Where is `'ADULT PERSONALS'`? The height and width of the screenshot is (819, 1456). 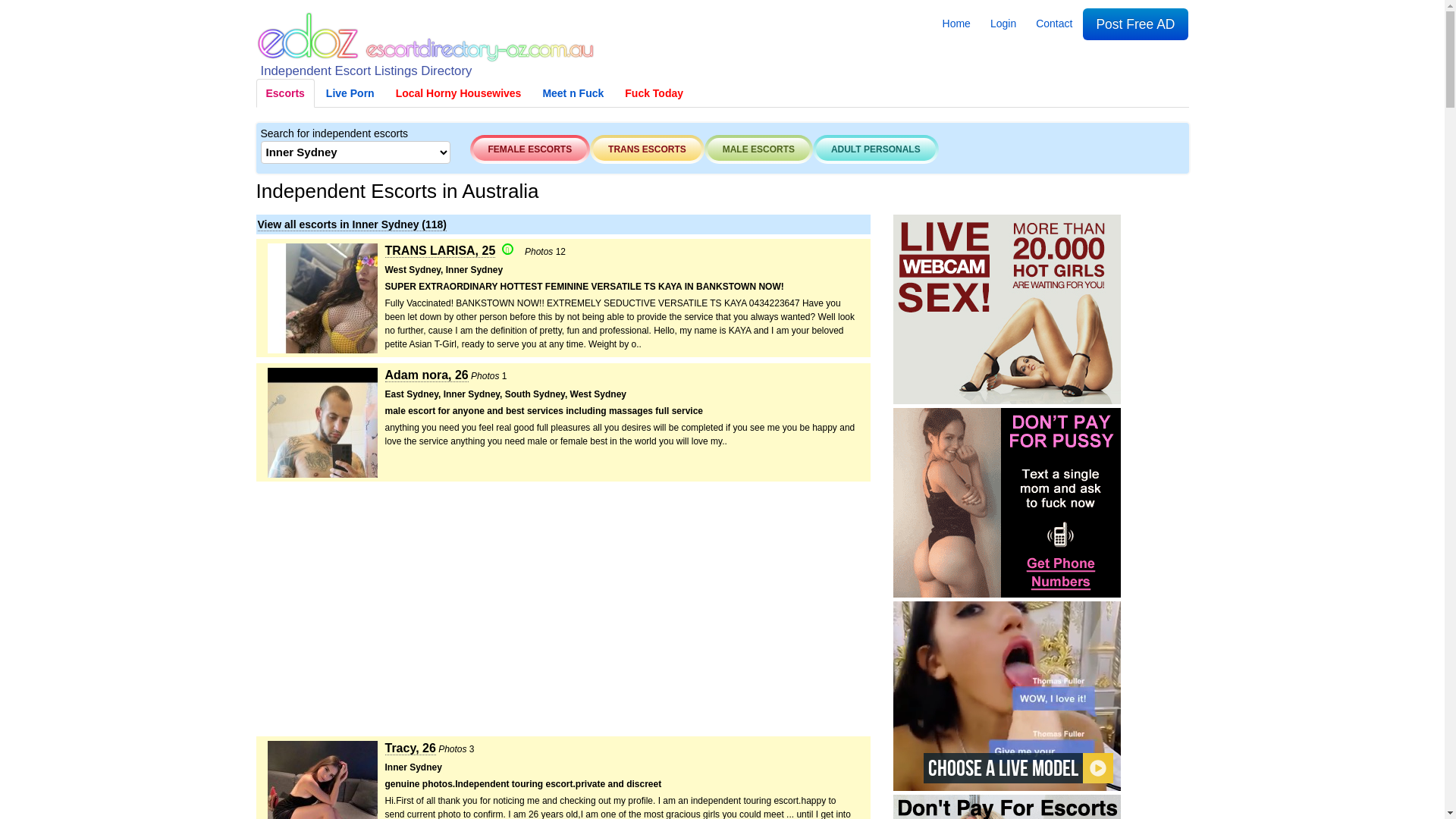
'ADULT PERSONALS' is located at coordinates (876, 149).